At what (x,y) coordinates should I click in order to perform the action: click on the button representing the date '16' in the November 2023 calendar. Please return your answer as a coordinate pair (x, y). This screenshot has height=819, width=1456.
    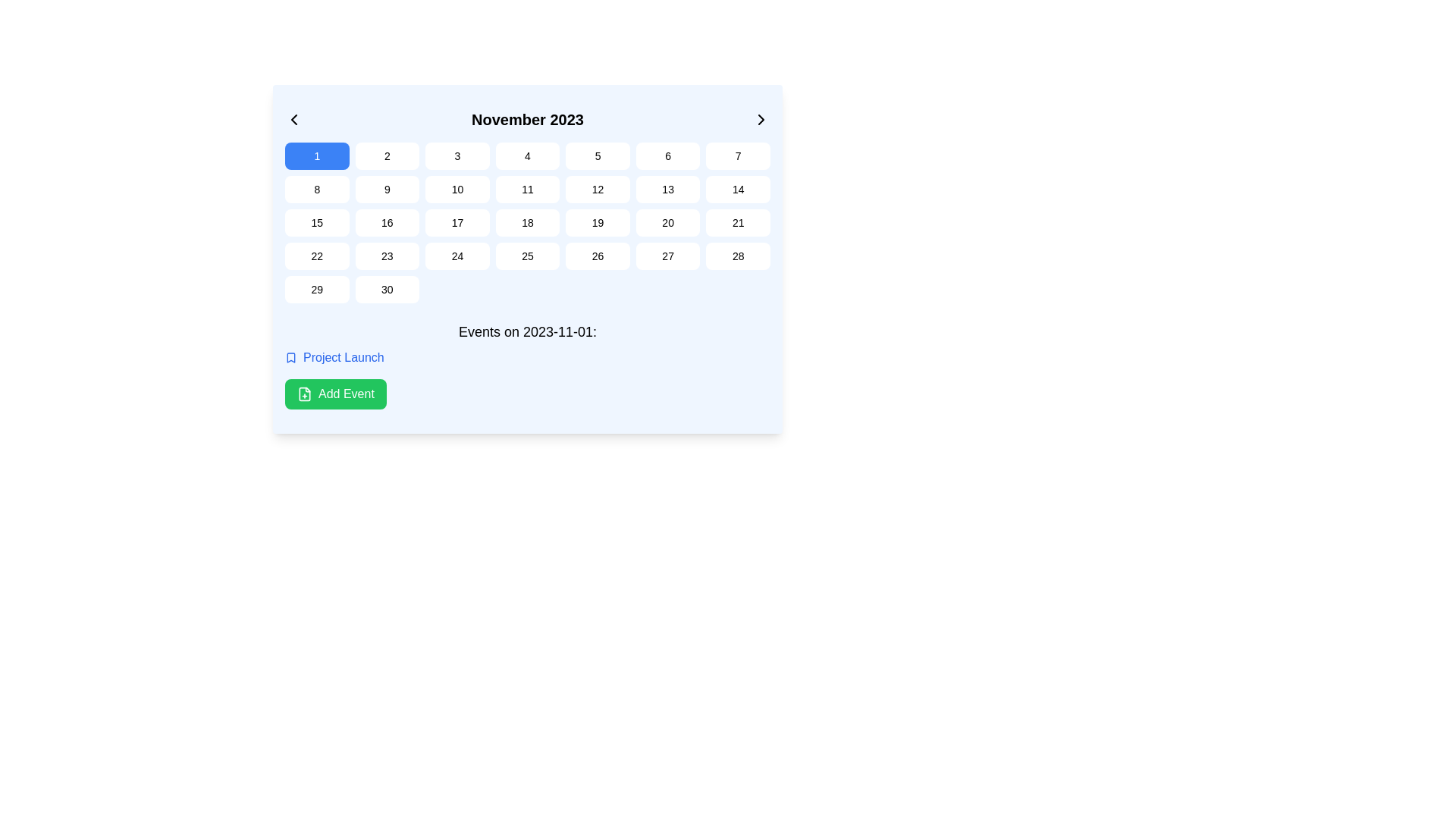
    Looking at the image, I should click on (387, 222).